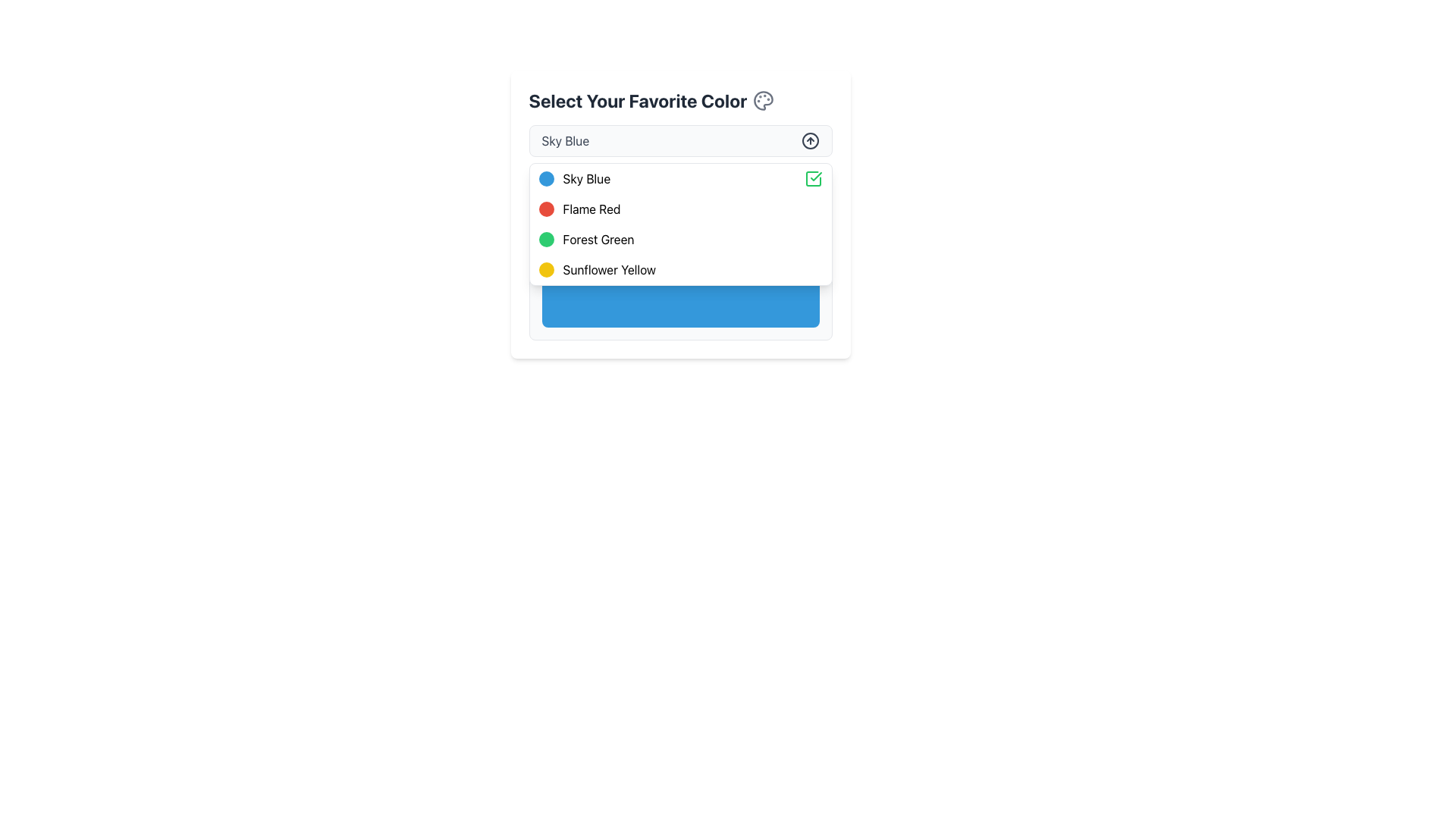 The width and height of the screenshot is (1456, 819). I want to click on the second item in the dropdown list, so click(679, 205).